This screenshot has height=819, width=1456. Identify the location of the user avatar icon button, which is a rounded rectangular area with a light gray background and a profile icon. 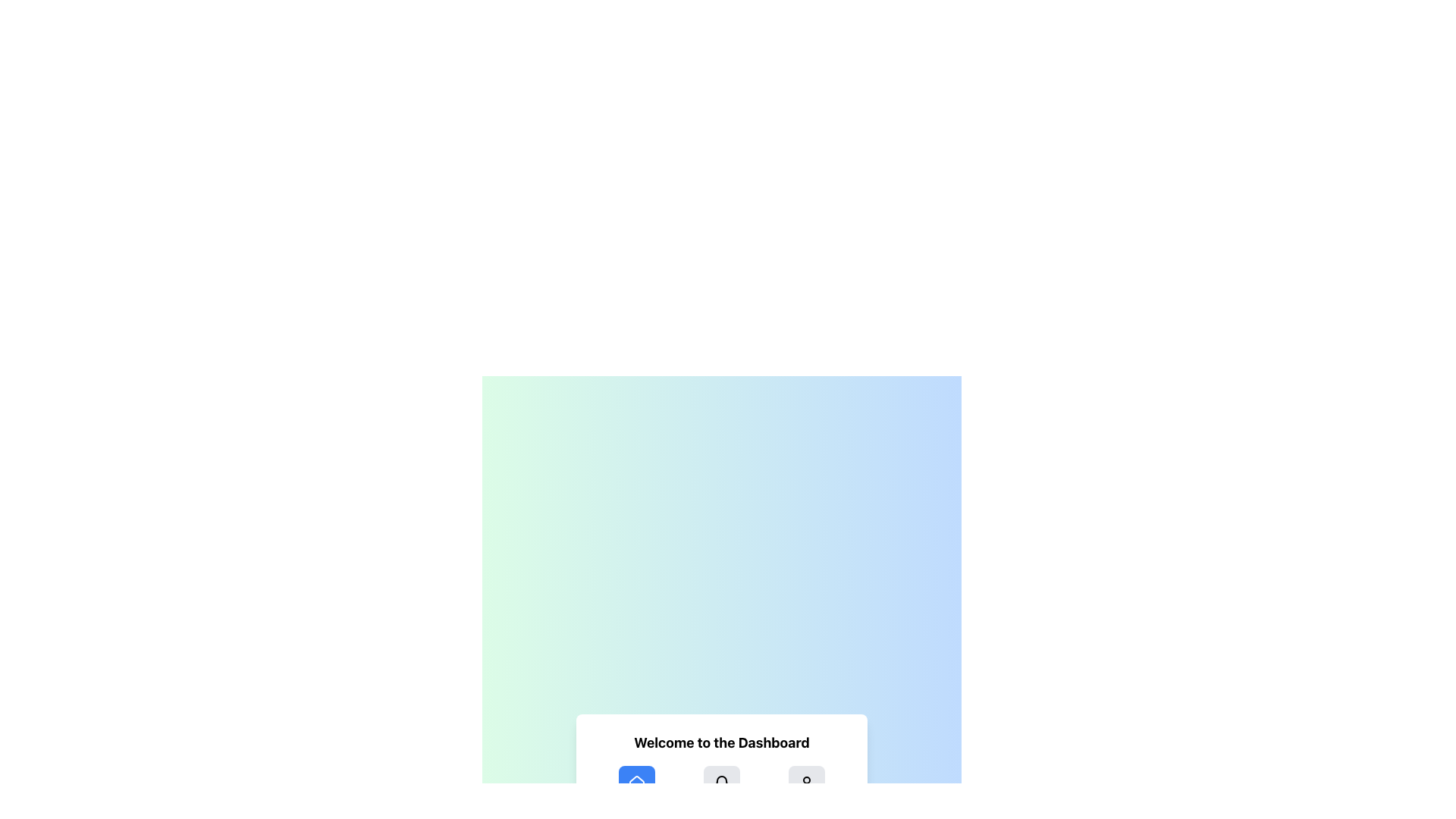
(806, 783).